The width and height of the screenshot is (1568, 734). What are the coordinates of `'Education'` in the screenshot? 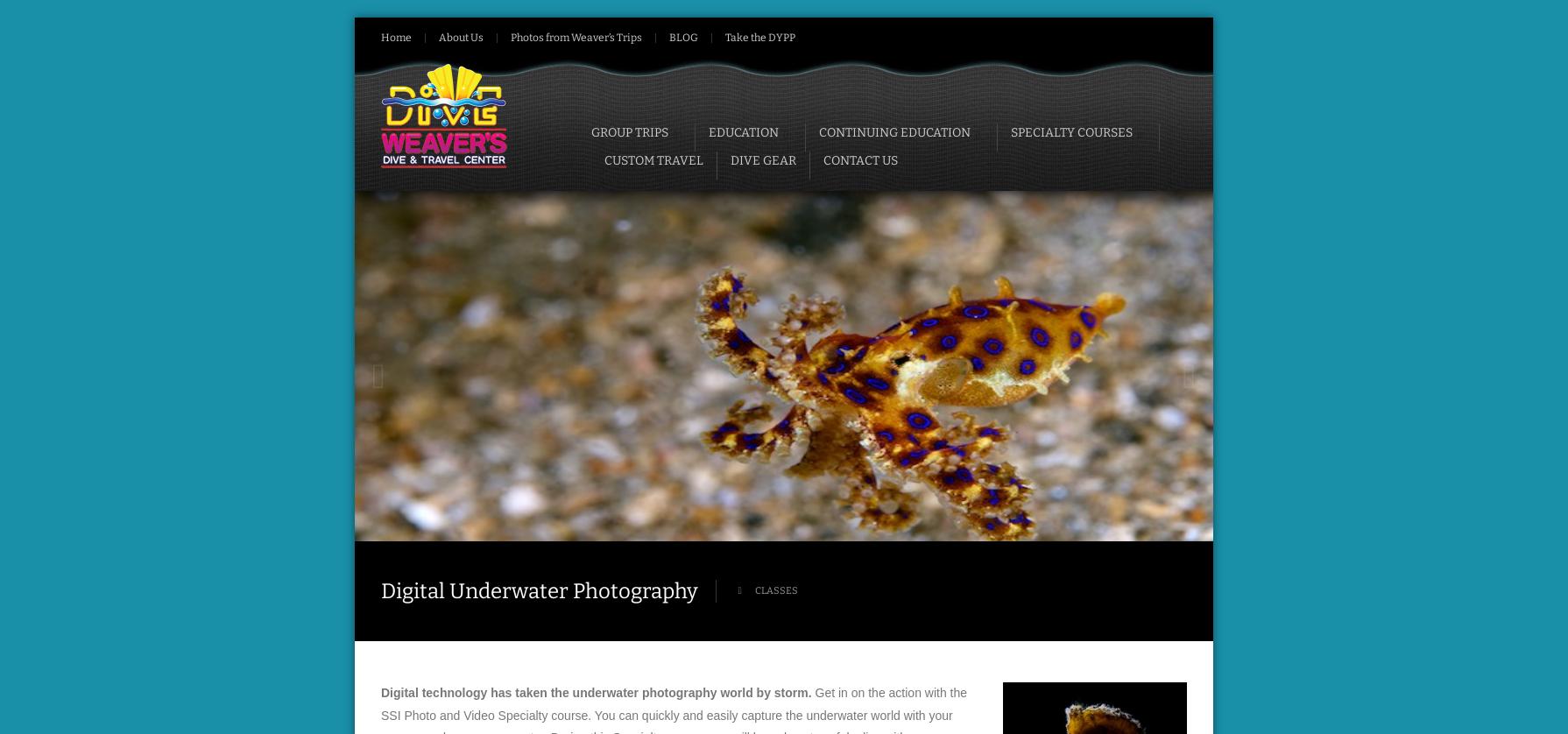 It's located at (742, 131).